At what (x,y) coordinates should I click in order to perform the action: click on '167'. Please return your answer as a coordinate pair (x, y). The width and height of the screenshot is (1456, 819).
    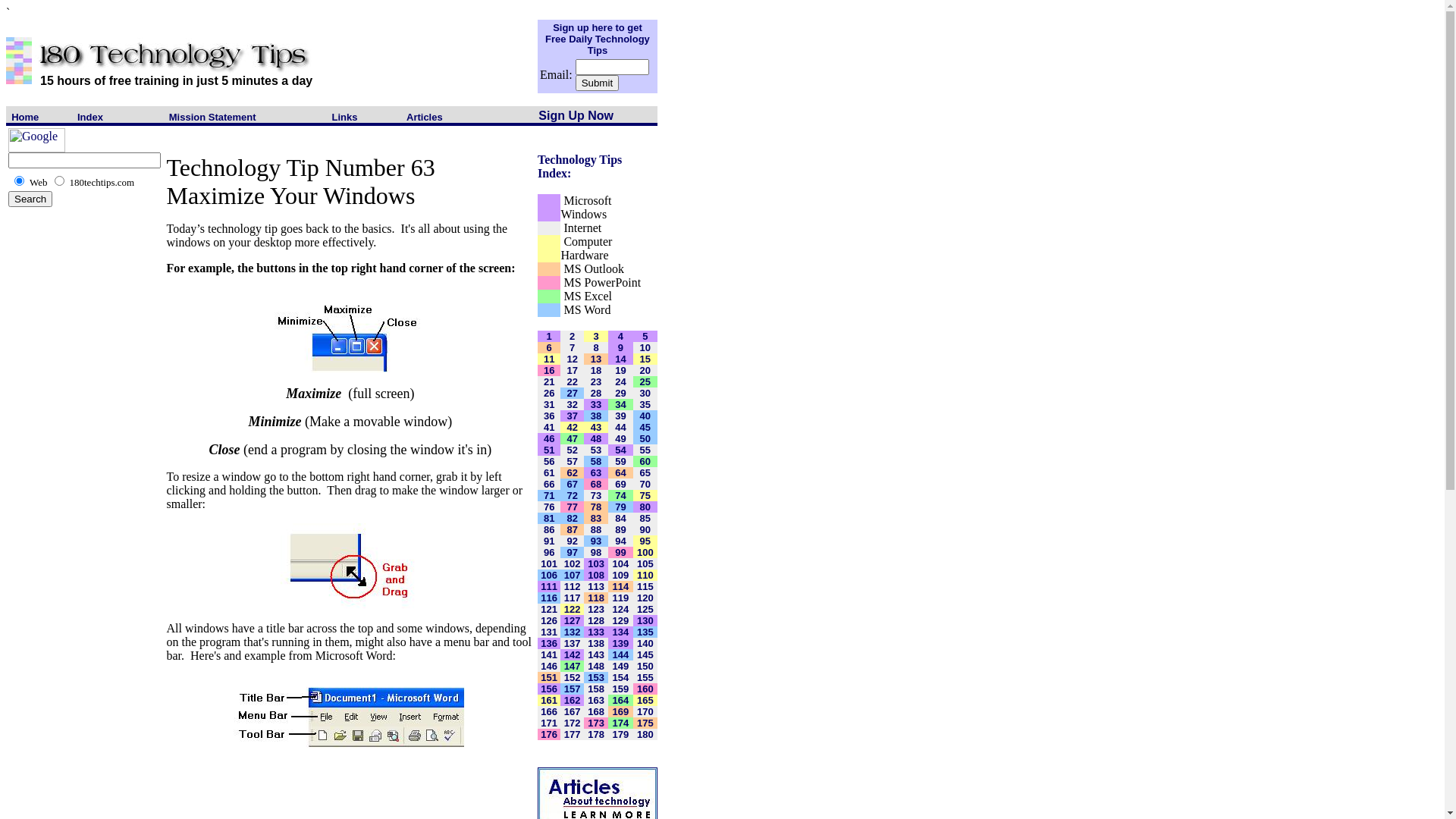
    Looking at the image, I should click on (571, 711).